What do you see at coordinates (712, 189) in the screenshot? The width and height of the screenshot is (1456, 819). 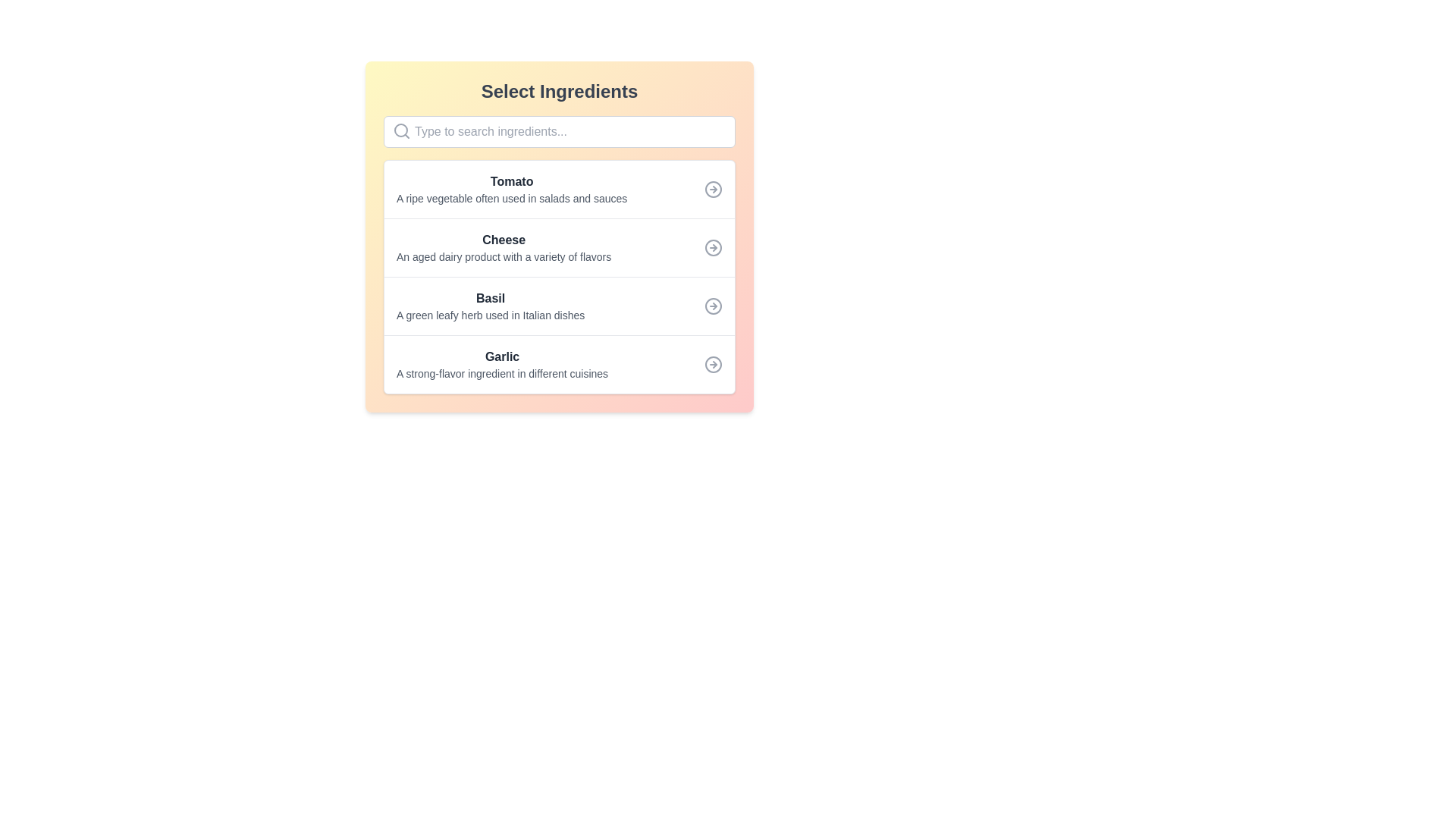 I see `the Circle graphical component associated with the 'Tomato' item in the list` at bounding box center [712, 189].